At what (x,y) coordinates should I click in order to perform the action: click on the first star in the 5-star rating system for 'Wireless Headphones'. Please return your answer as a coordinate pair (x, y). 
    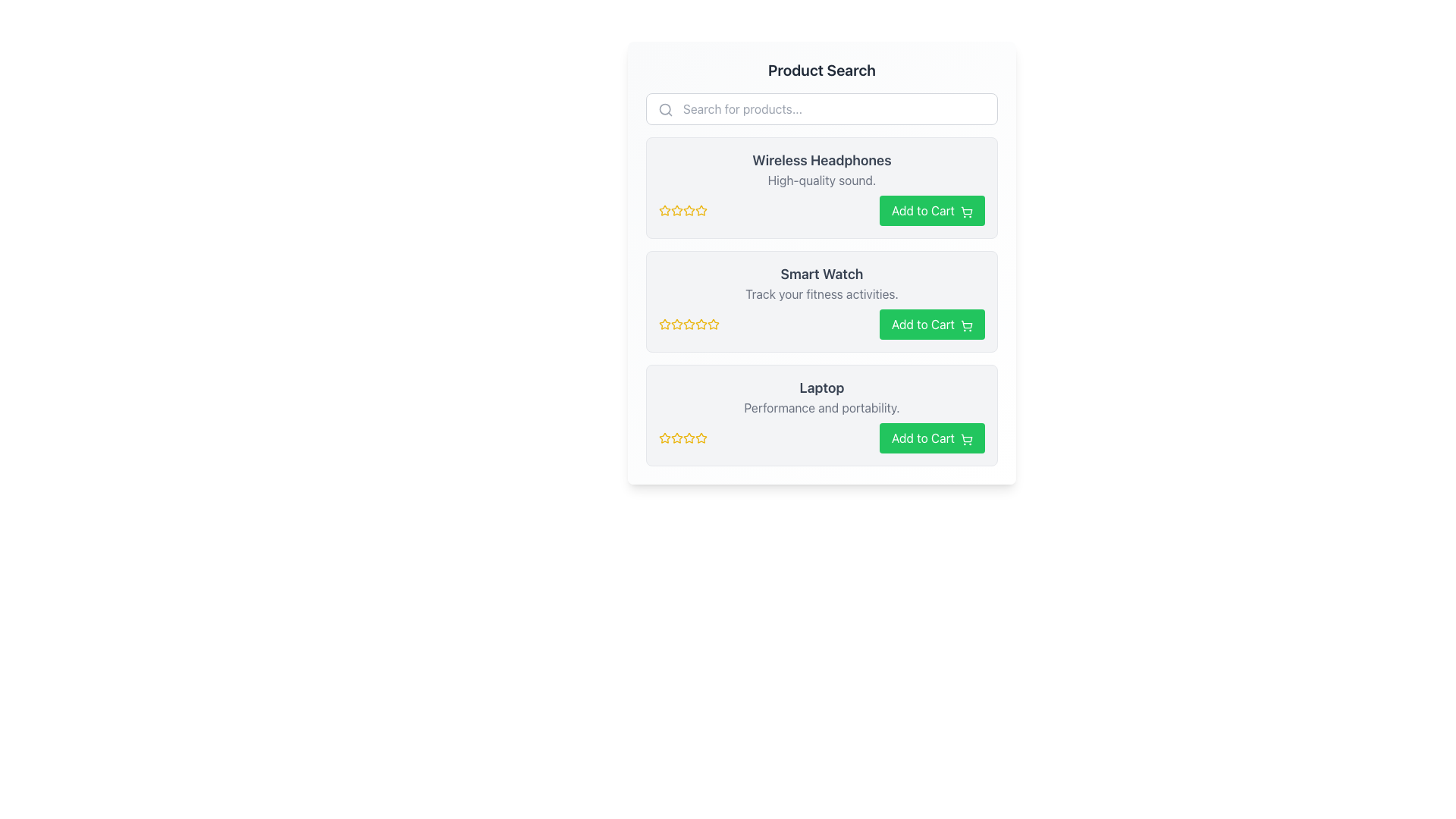
    Looking at the image, I should click on (665, 210).